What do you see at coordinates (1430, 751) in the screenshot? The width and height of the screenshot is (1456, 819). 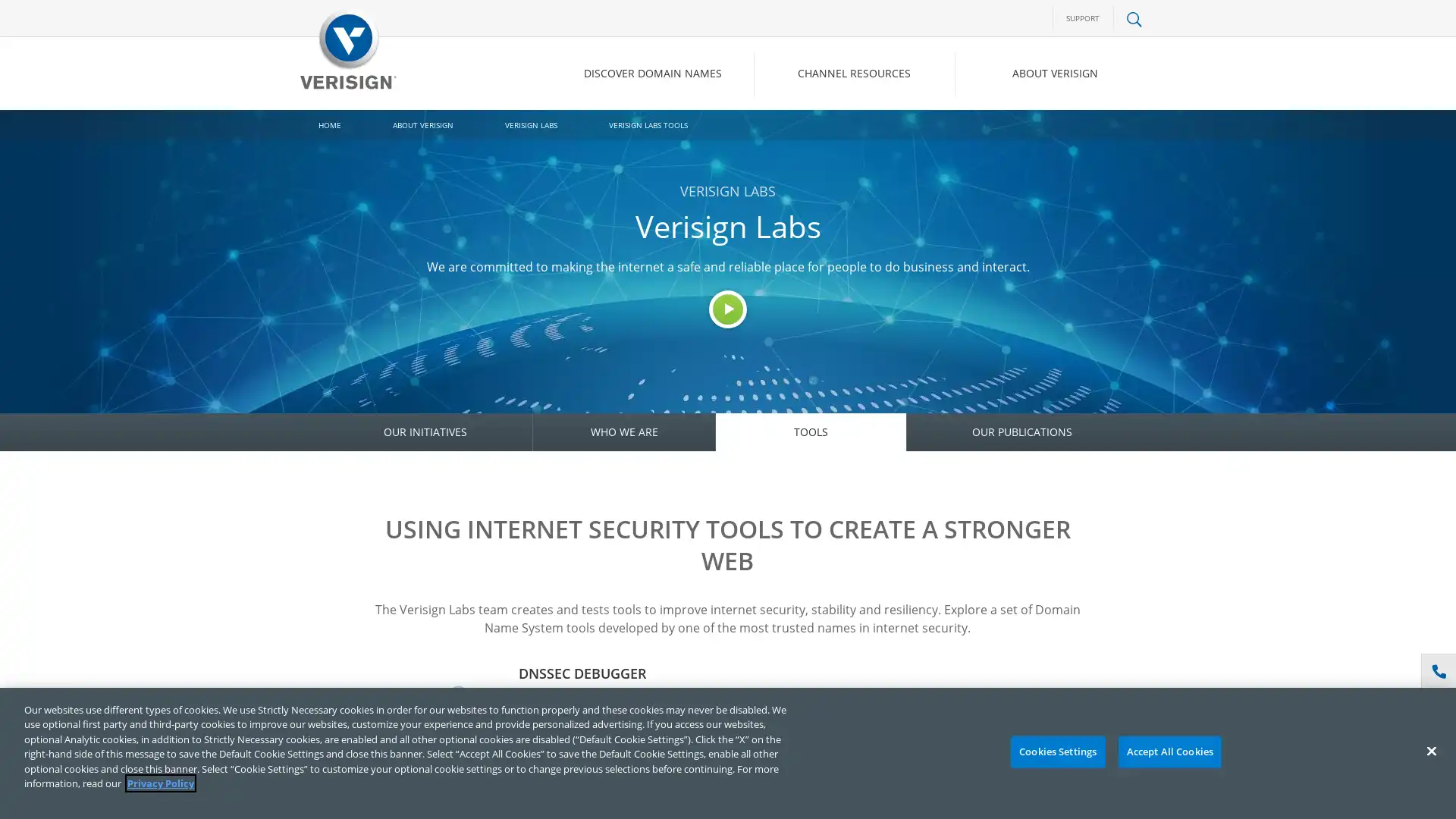 I see `Close` at bounding box center [1430, 751].